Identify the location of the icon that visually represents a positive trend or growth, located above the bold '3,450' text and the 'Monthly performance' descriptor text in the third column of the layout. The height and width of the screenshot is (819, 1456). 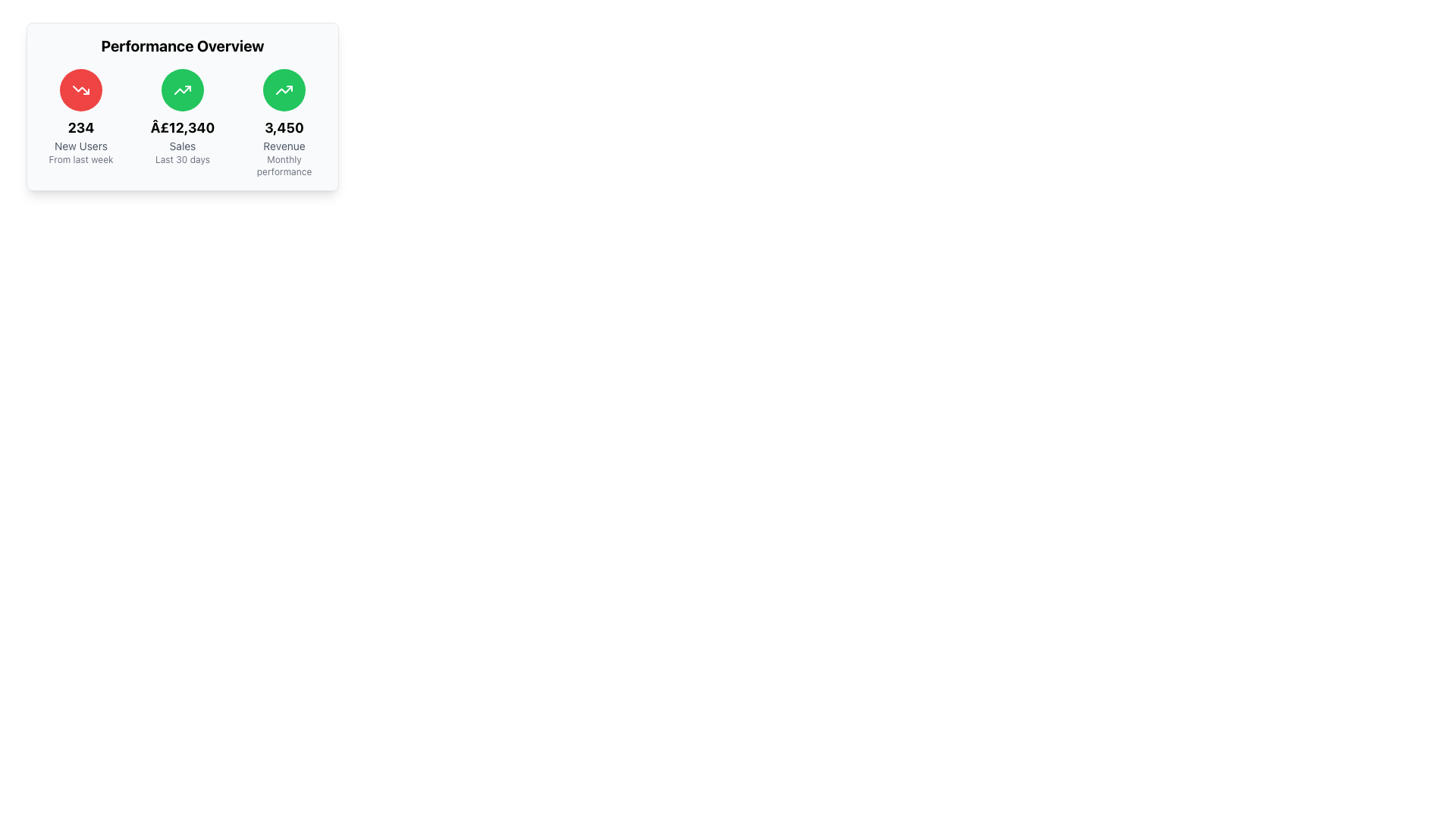
(284, 90).